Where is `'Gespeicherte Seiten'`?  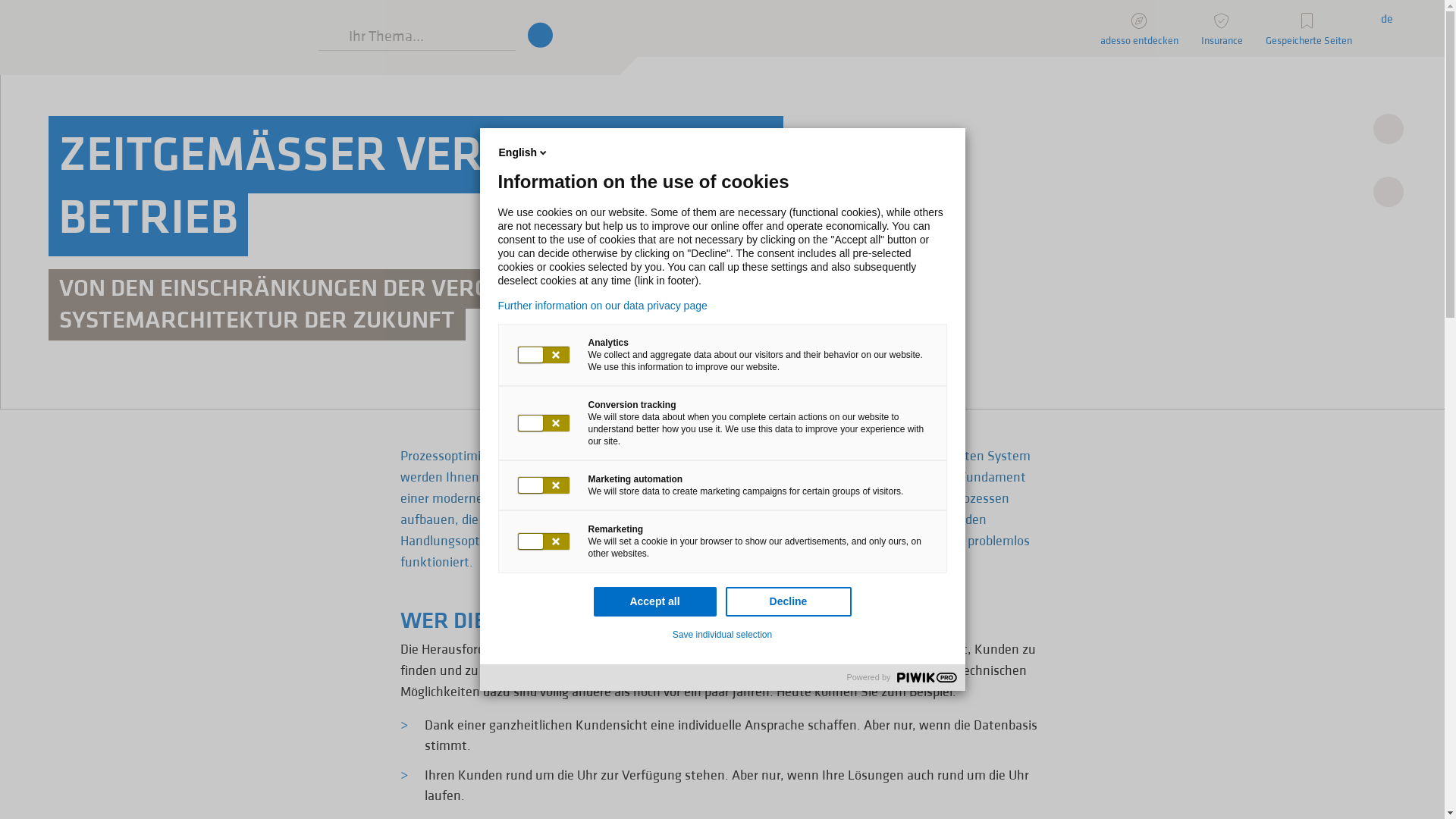 'Gespeicherte Seiten' is located at coordinates (1308, 28).